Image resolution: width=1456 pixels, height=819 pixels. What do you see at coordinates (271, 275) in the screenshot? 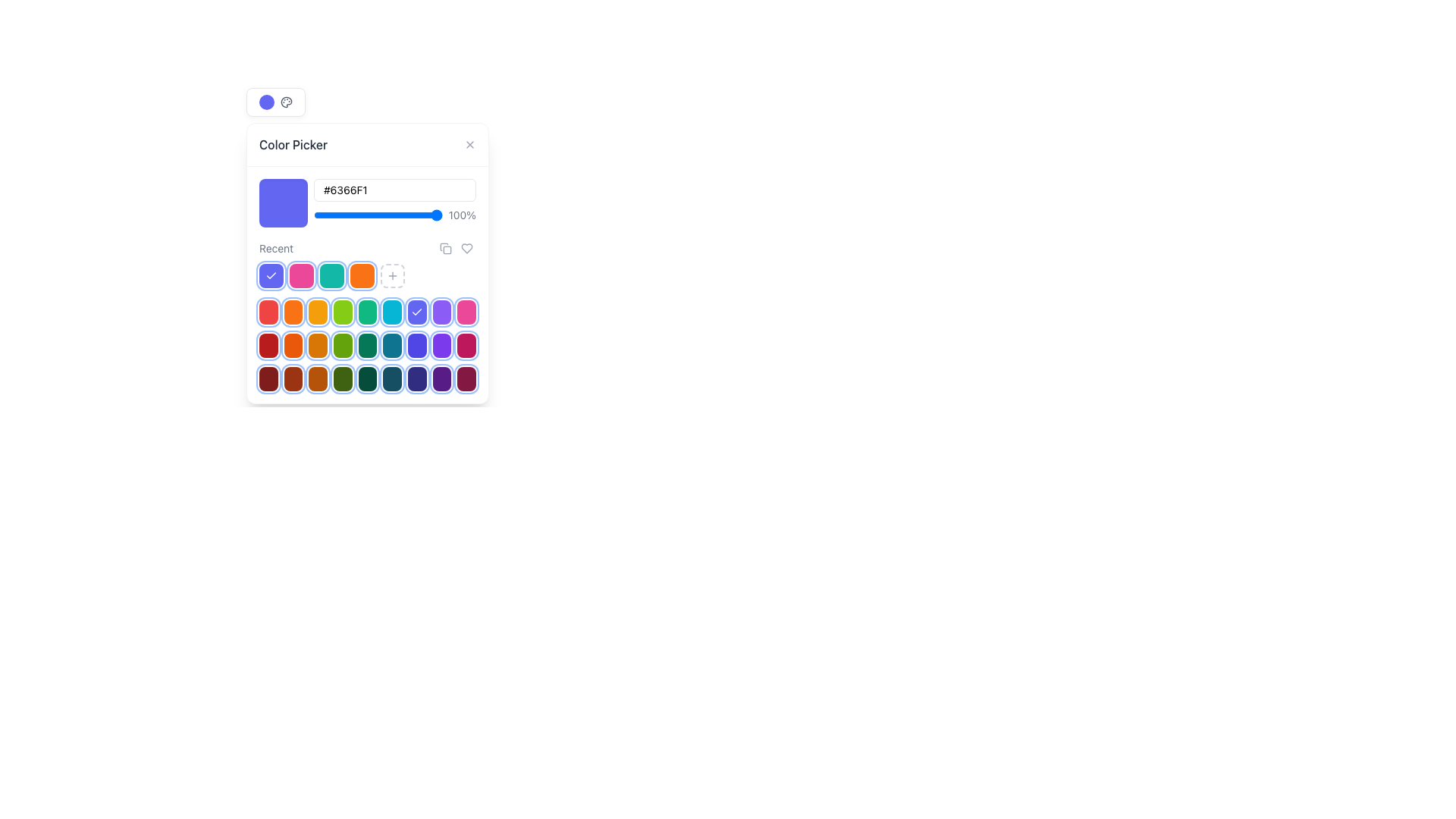
I see `the first square button with a rounded design and a white checkmark icon, located below the color picker dialog` at bounding box center [271, 275].